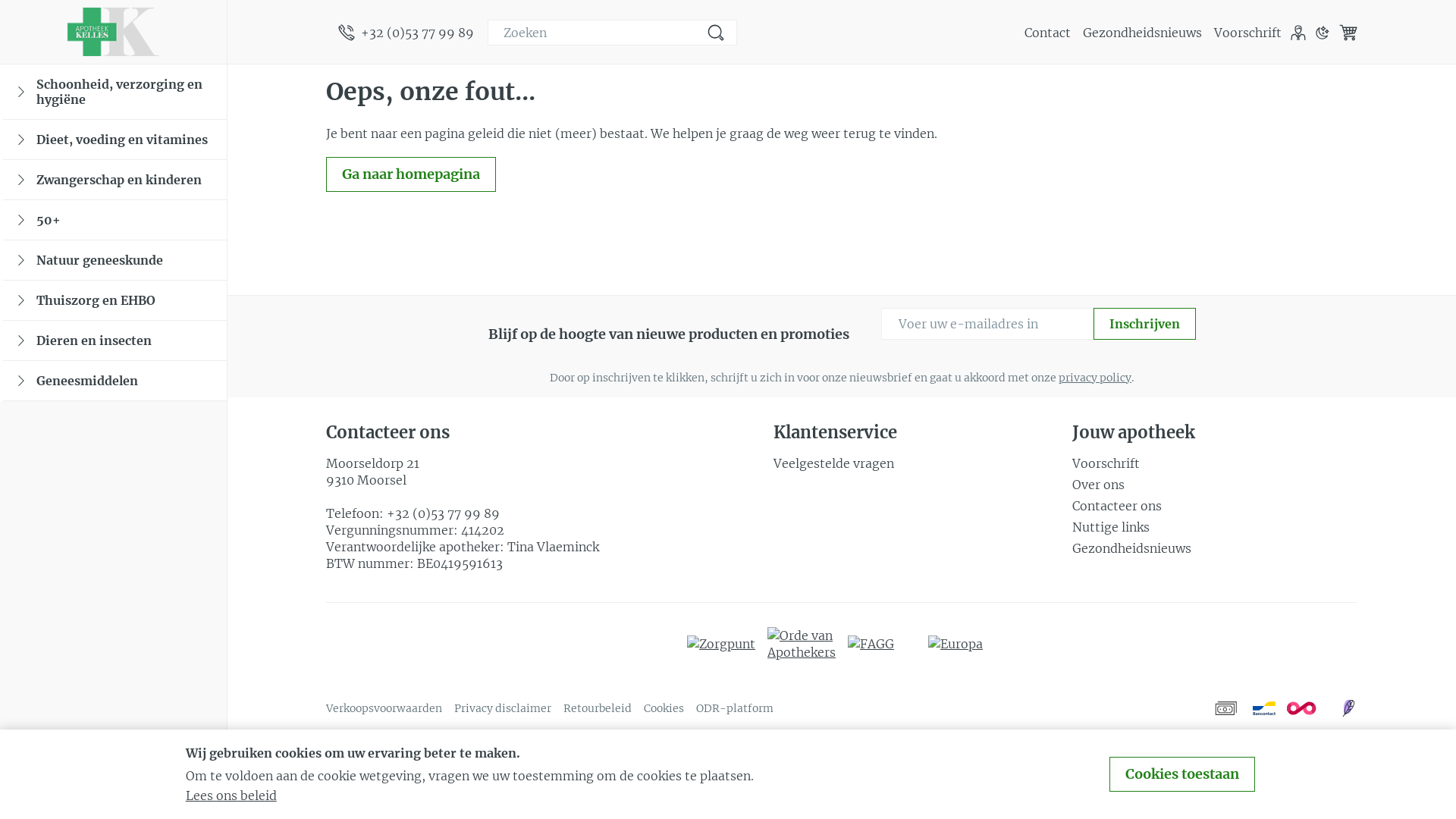  Describe the element at coordinates (715, 32) in the screenshot. I see `'Zoeken'` at that location.